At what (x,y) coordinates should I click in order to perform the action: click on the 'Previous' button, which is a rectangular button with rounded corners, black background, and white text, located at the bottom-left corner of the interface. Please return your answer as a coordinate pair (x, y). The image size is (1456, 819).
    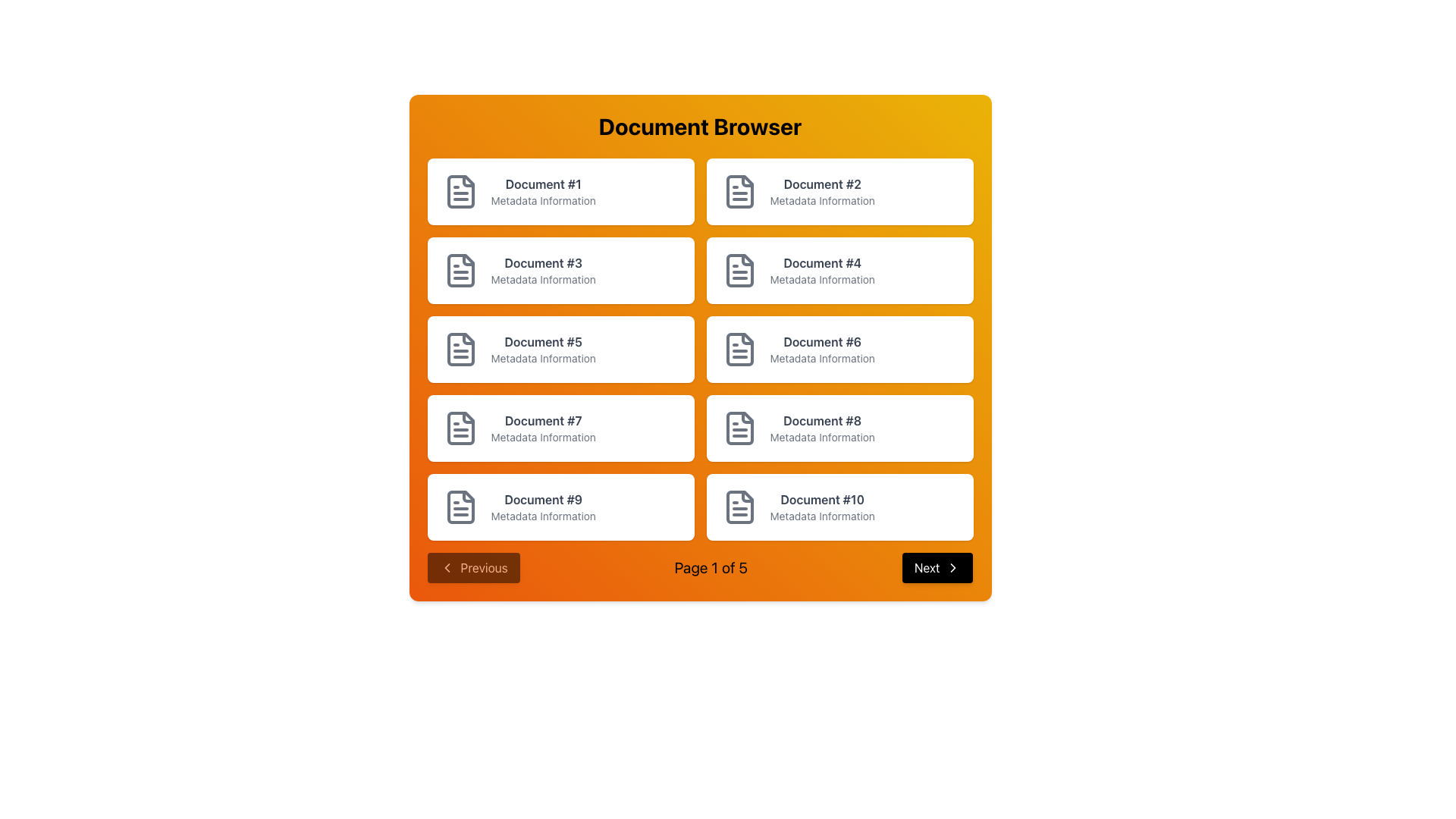
    Looking at the image, I should click on (472, 567).